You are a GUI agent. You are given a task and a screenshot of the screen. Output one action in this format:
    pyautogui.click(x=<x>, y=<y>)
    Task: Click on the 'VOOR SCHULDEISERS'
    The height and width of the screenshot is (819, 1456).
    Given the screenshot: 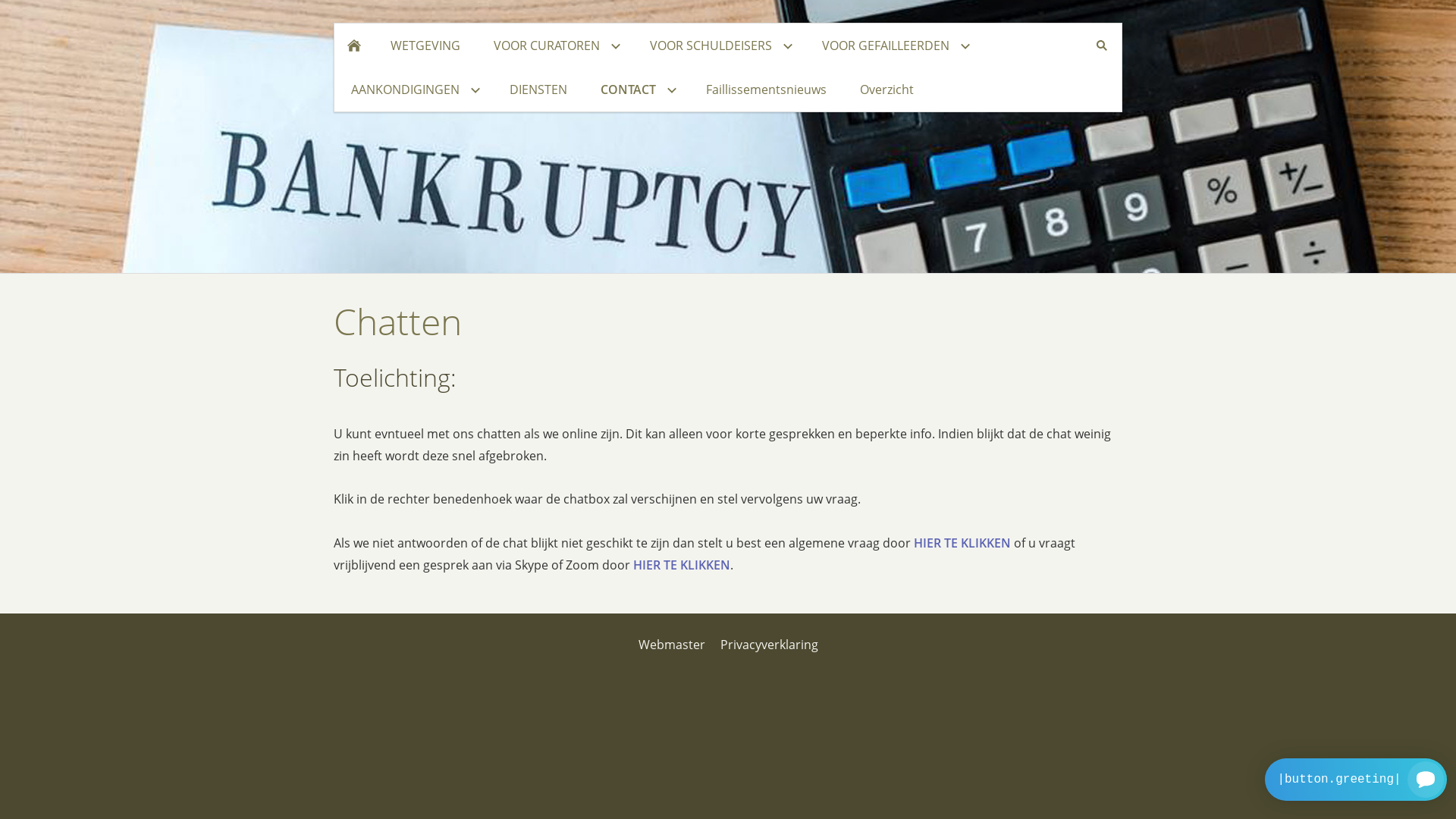 What is the action you would take?
    pyautogui.click(x=718, y=45)
    